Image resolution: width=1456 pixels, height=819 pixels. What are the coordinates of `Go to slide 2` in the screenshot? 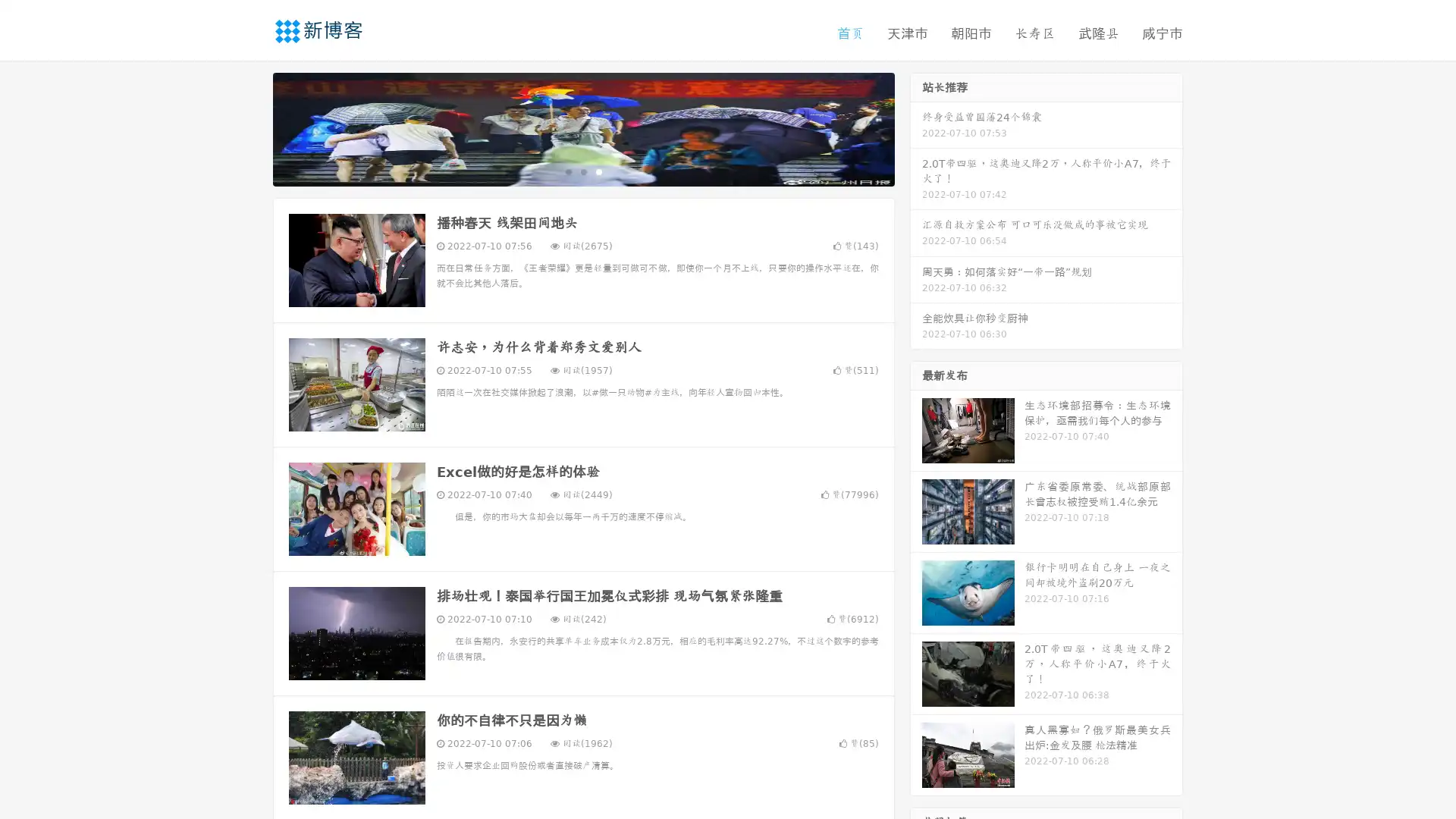 It's located at (582, 171).